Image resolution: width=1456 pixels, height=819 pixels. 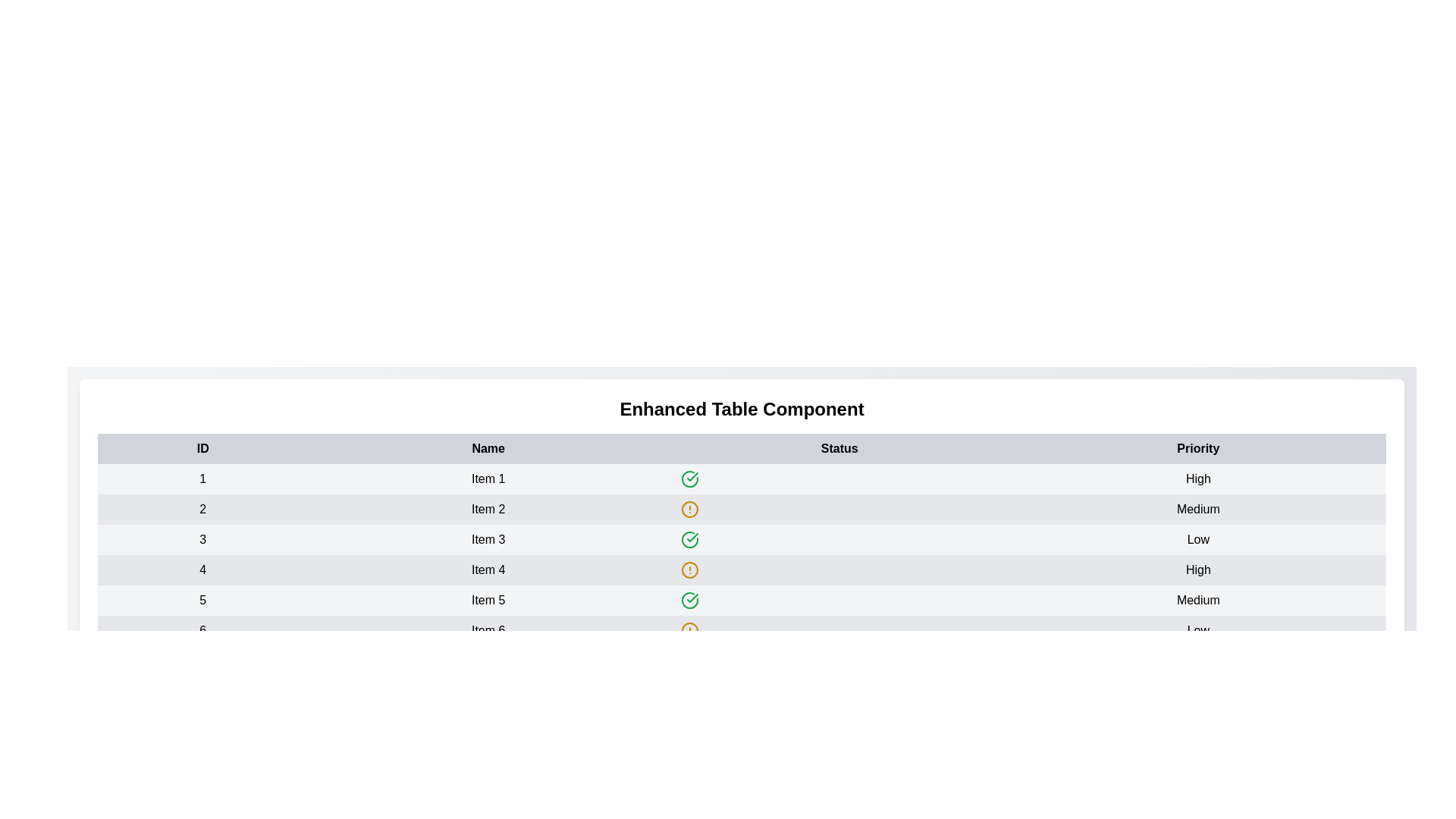 What do you see at coordinates (202, 447) in the screenshot?
I see `the ID table header to sort the data` at bounding box center [202, 447].